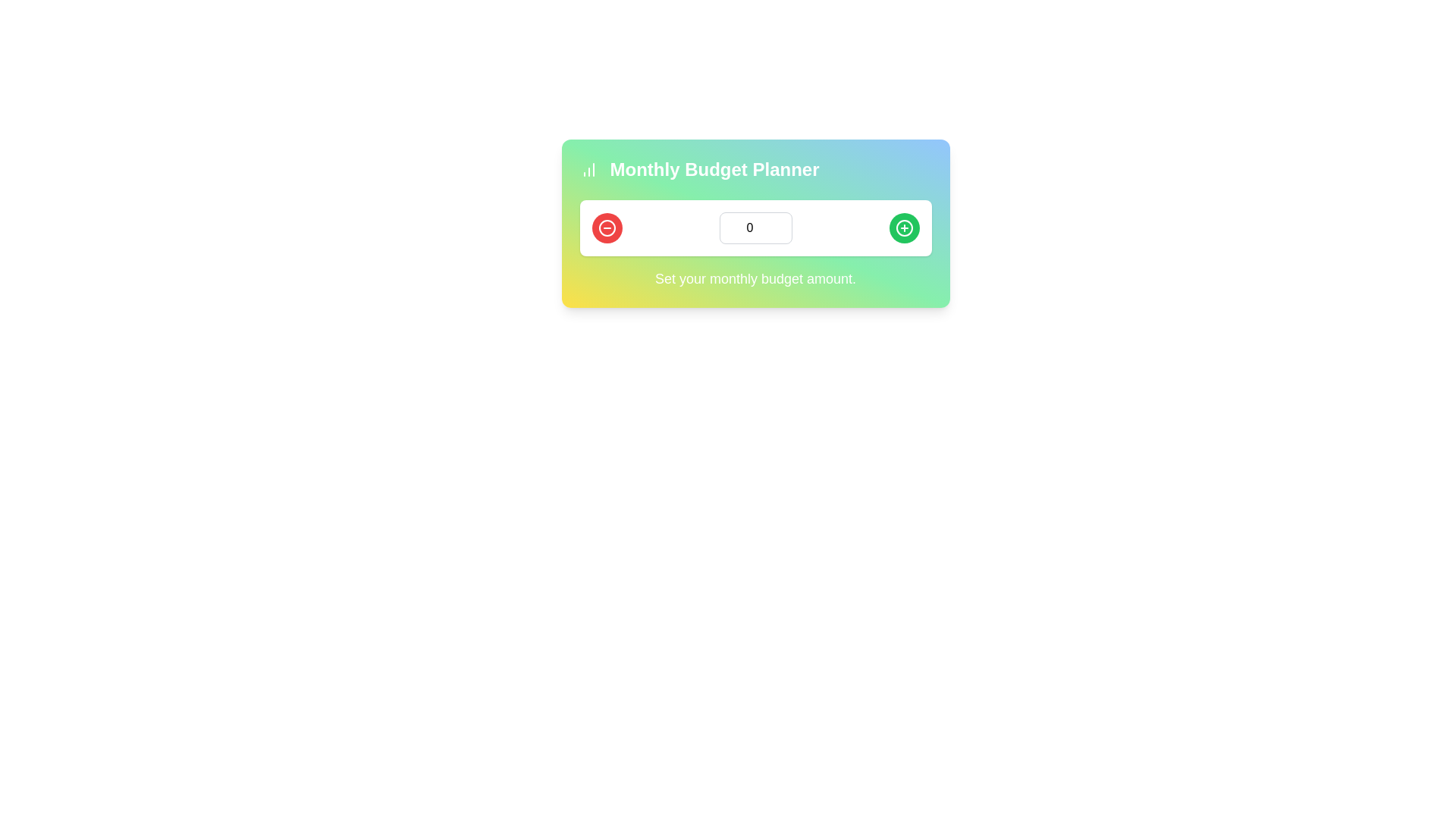 The width and height of the screenshot is (1456, 819). Describe the element at coordinates (607, 227) in the screenshot. I see `the circular red button with a white minus icon to decrease the numeric value in the Monthly Budget Planner` at that location.